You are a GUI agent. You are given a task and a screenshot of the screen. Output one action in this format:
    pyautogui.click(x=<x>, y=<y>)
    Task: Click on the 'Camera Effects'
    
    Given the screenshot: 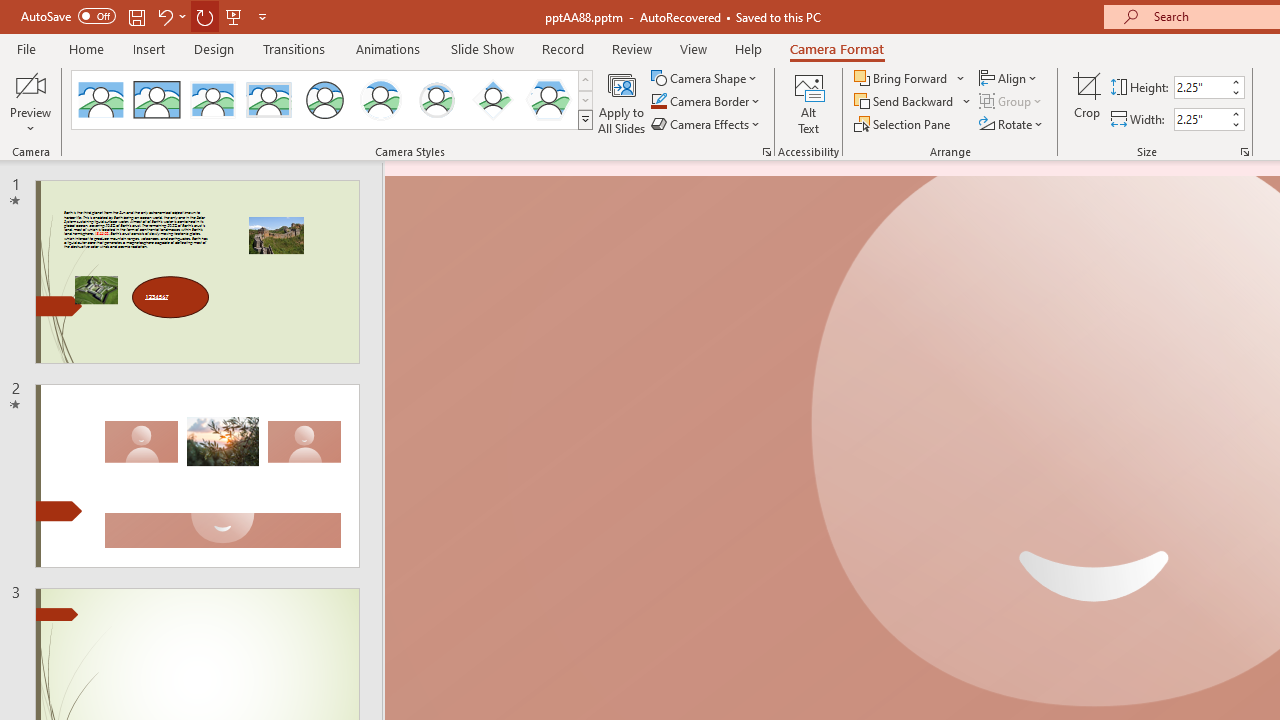 What is the action you would take?
    pyautogui.click(x=707, y=124)
    